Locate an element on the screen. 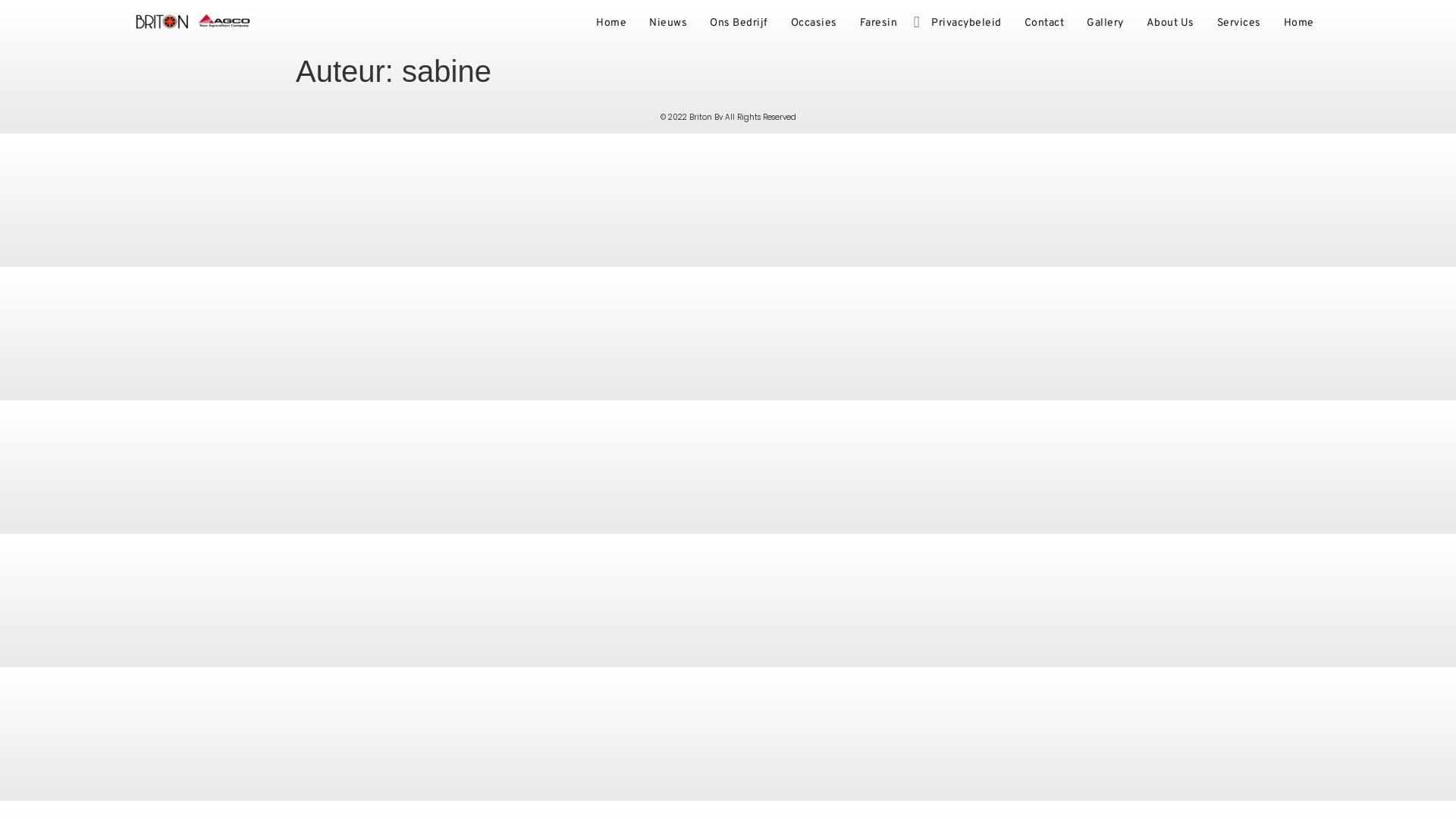  'Home' is located at coordinates (611, 23).